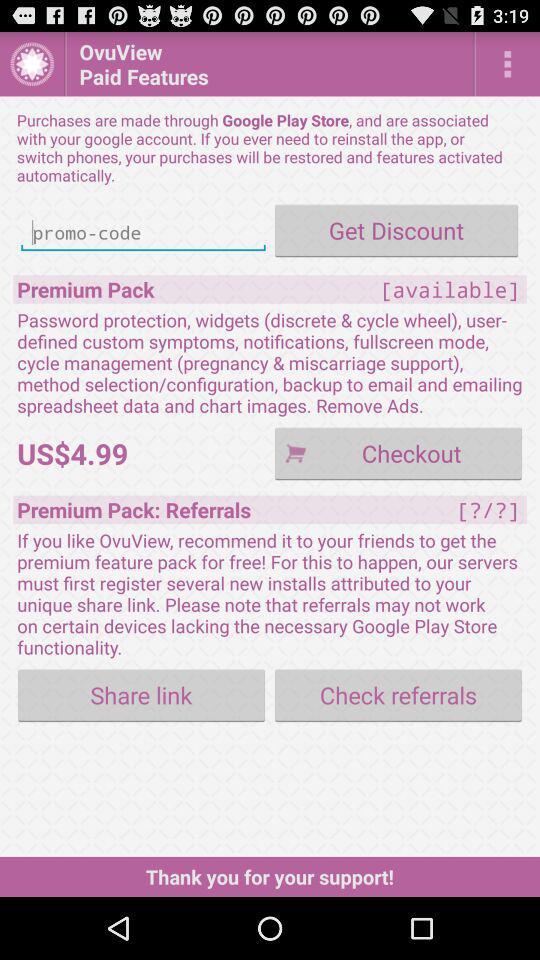 The width and height of the screenshot is (540, 960). Describe the element at coordinates (142, 232) in the screenshot. I see `promo code` at that location.